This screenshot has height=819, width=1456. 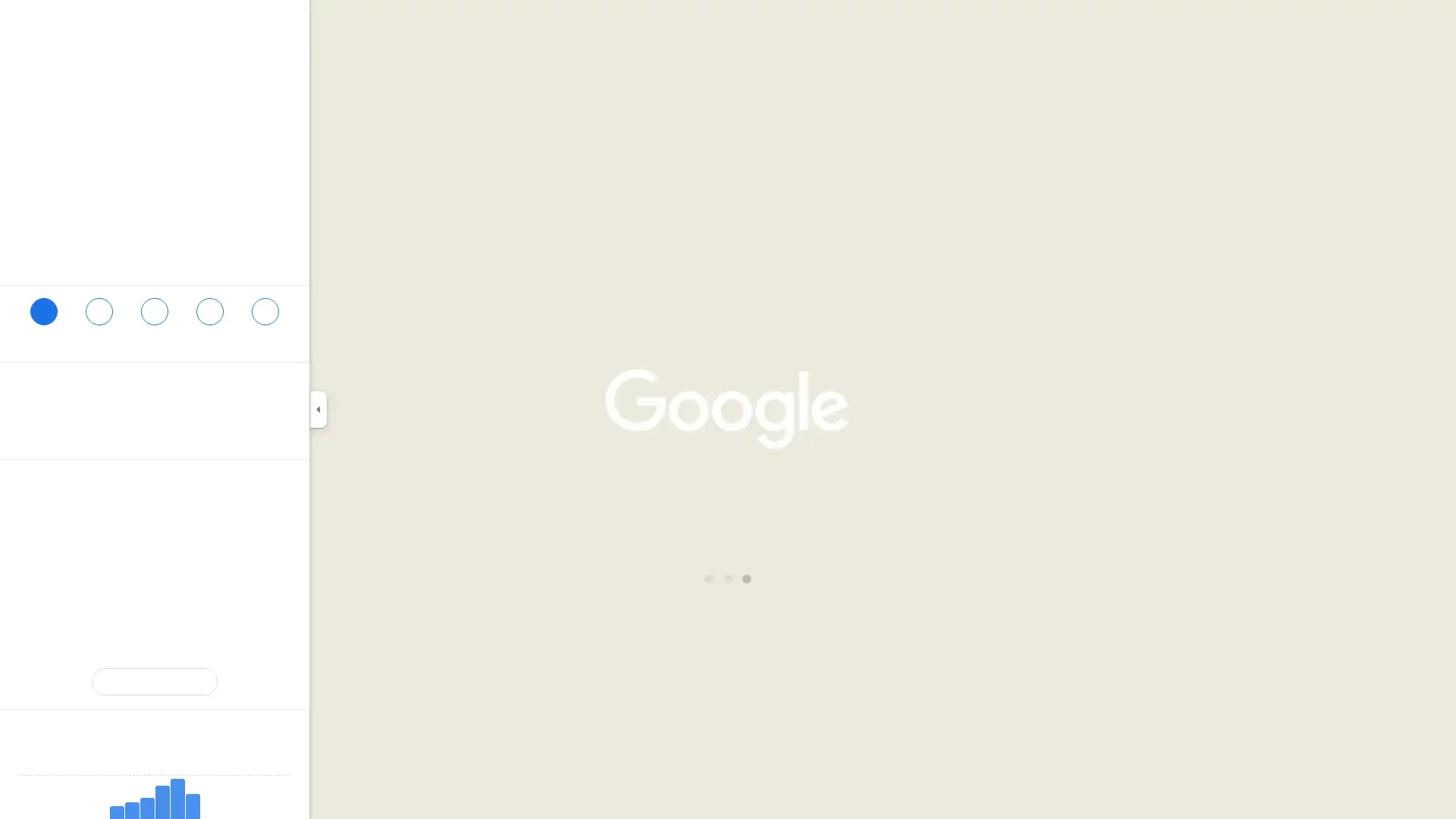 What do you see at coordinates (284, 532) in the screenshot?
I see `Copy website` at bounding box center [284, 532].